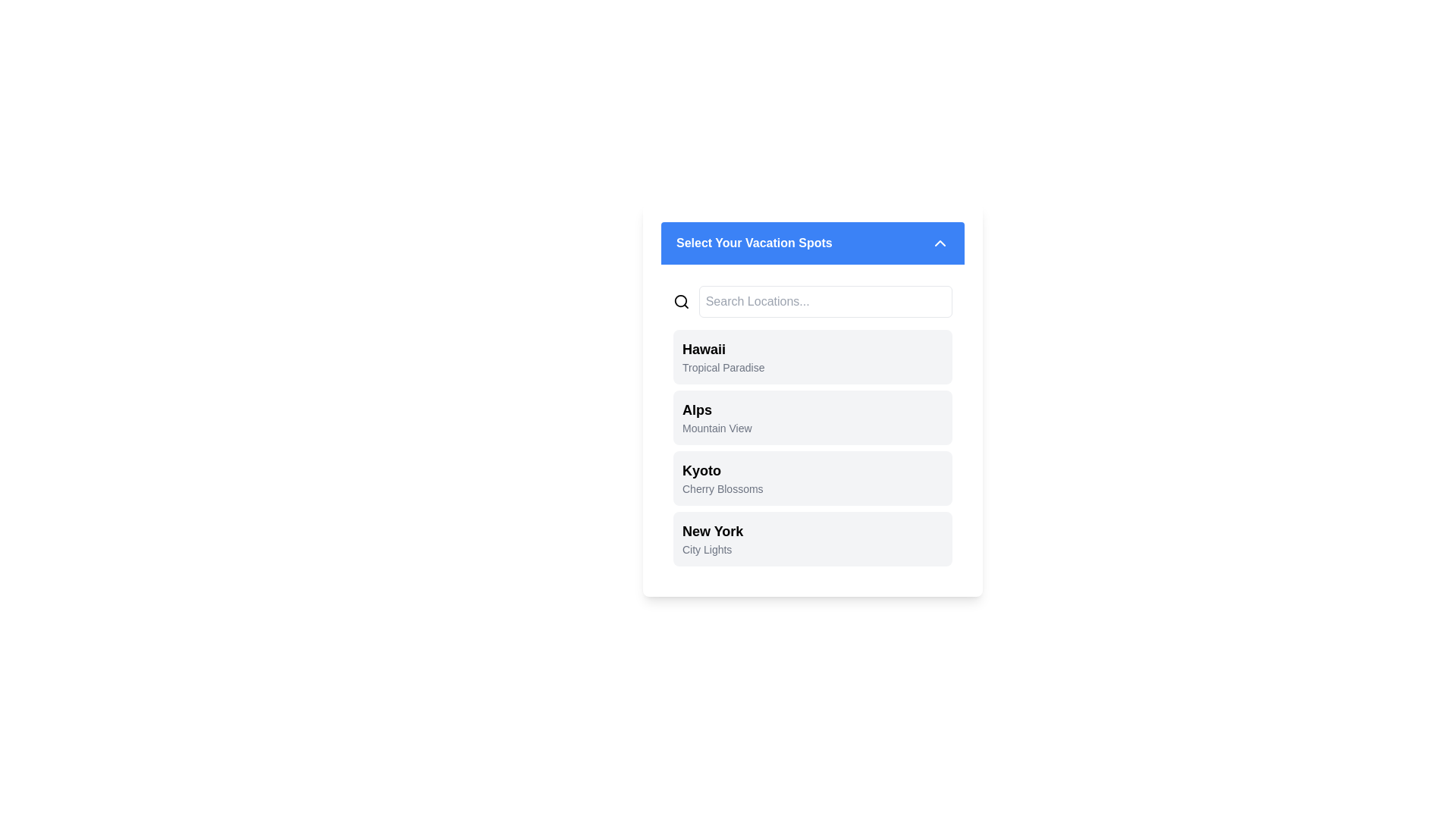 The image size is (1456, 819). What do you see at coordinates (939, 242) in the screenshot?
I see `the Chevron Upward icon in the top-right corner of the 'Select Your Vacation Spots' section` at bounding box center [939, 242].